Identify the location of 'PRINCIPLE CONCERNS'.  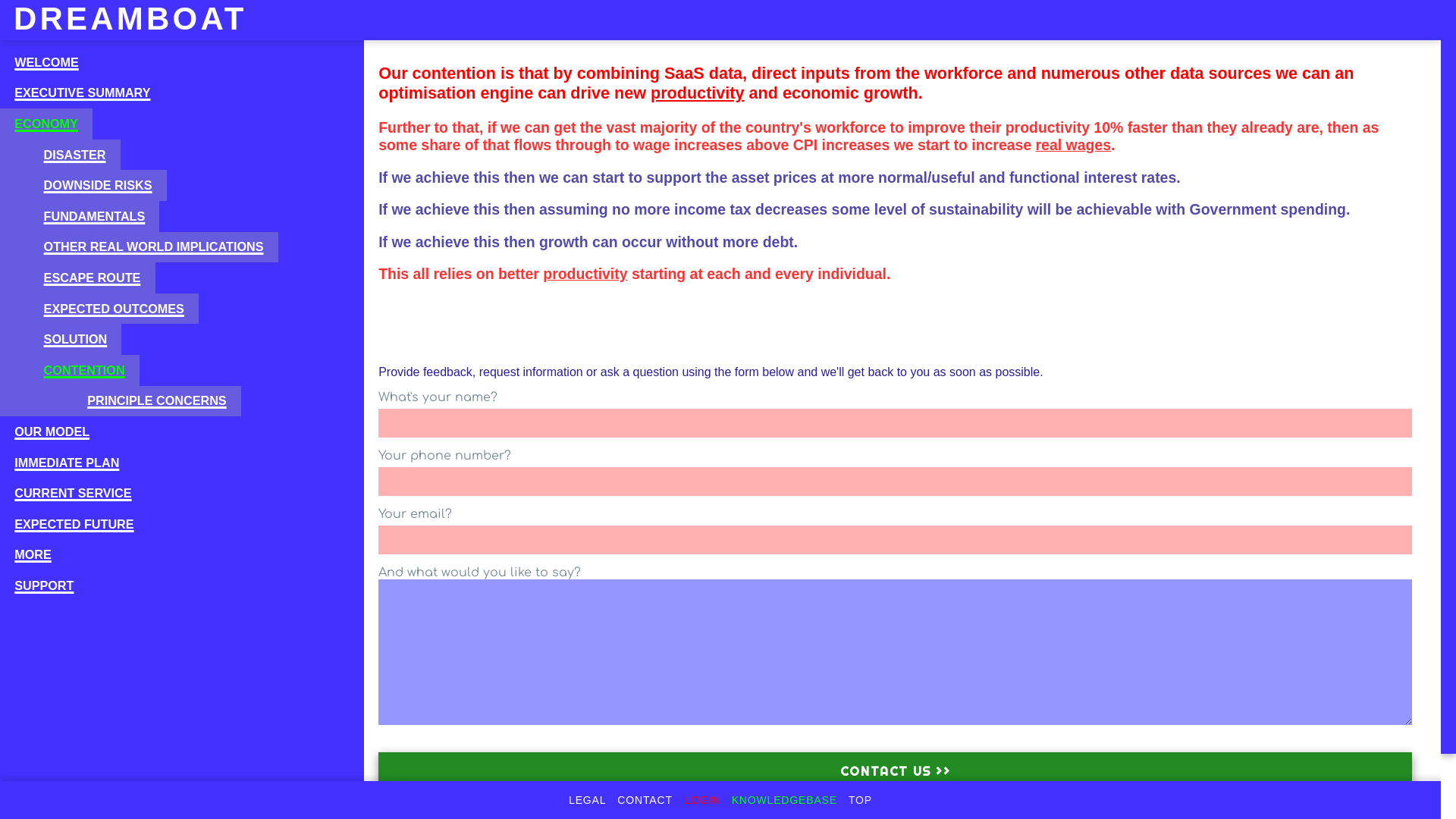
(119, 400).